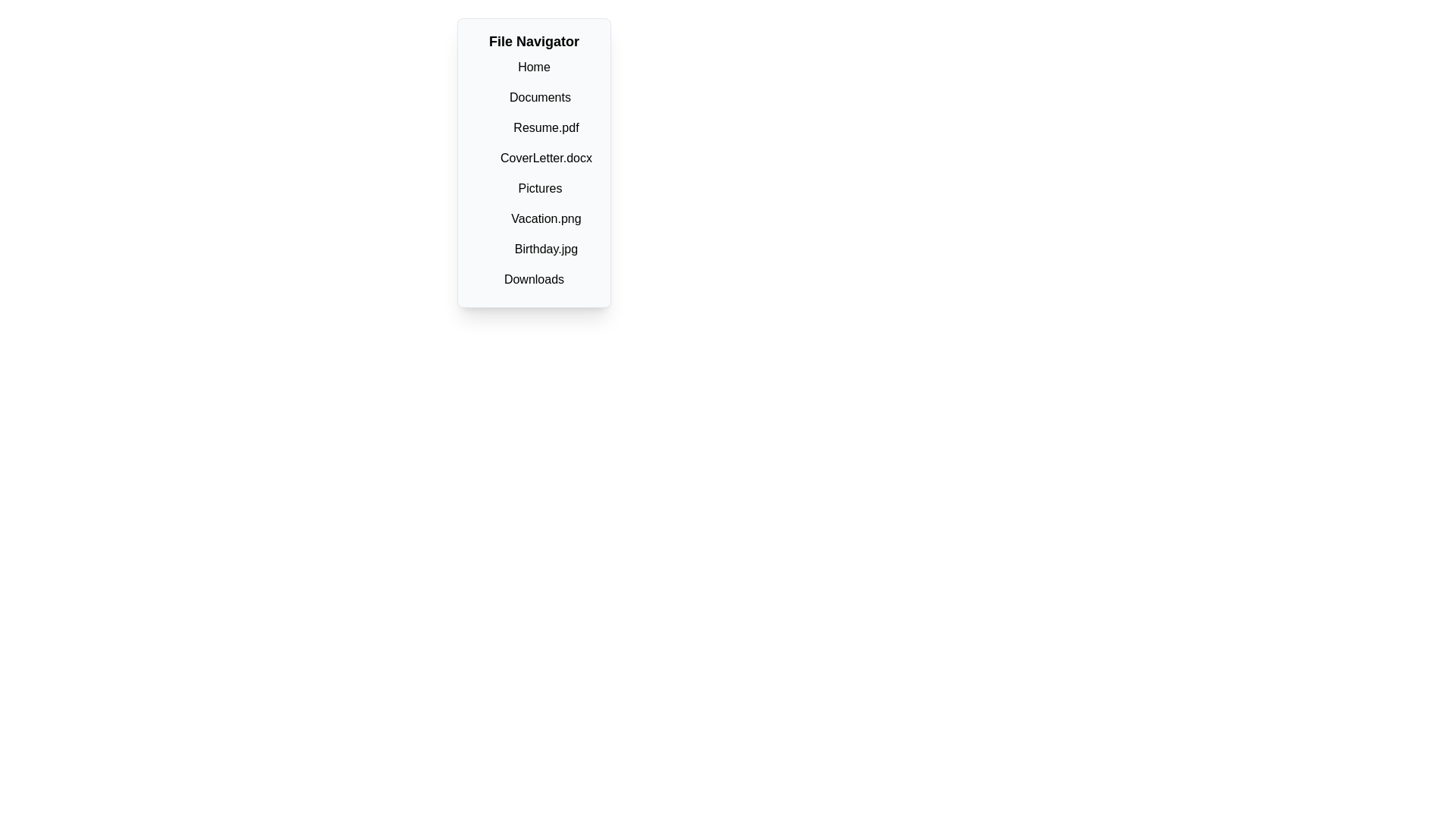  What do you see at coordinates (546, 127) in the screenshot?
I see `on the text label displaying 'Resume.pdf' in the File Navigator list` at bounding box center [546, 127].